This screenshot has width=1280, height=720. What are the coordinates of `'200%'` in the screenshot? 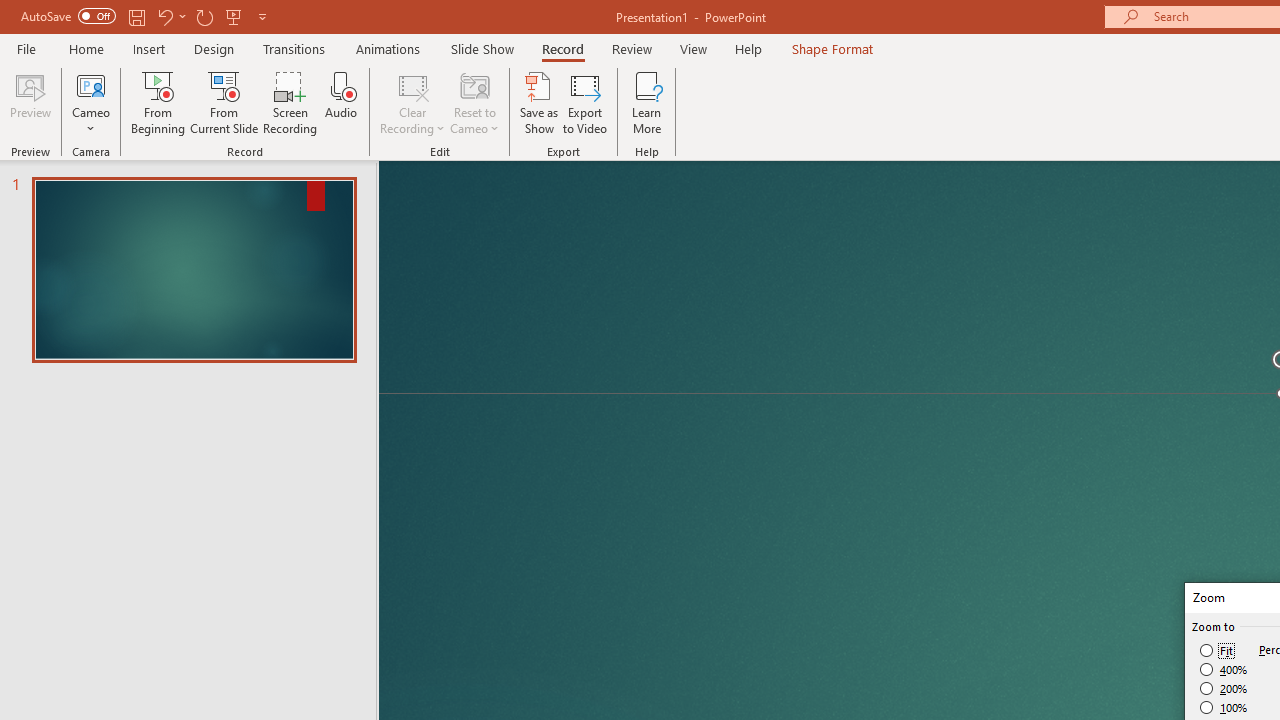 It's located at (1223, 688).